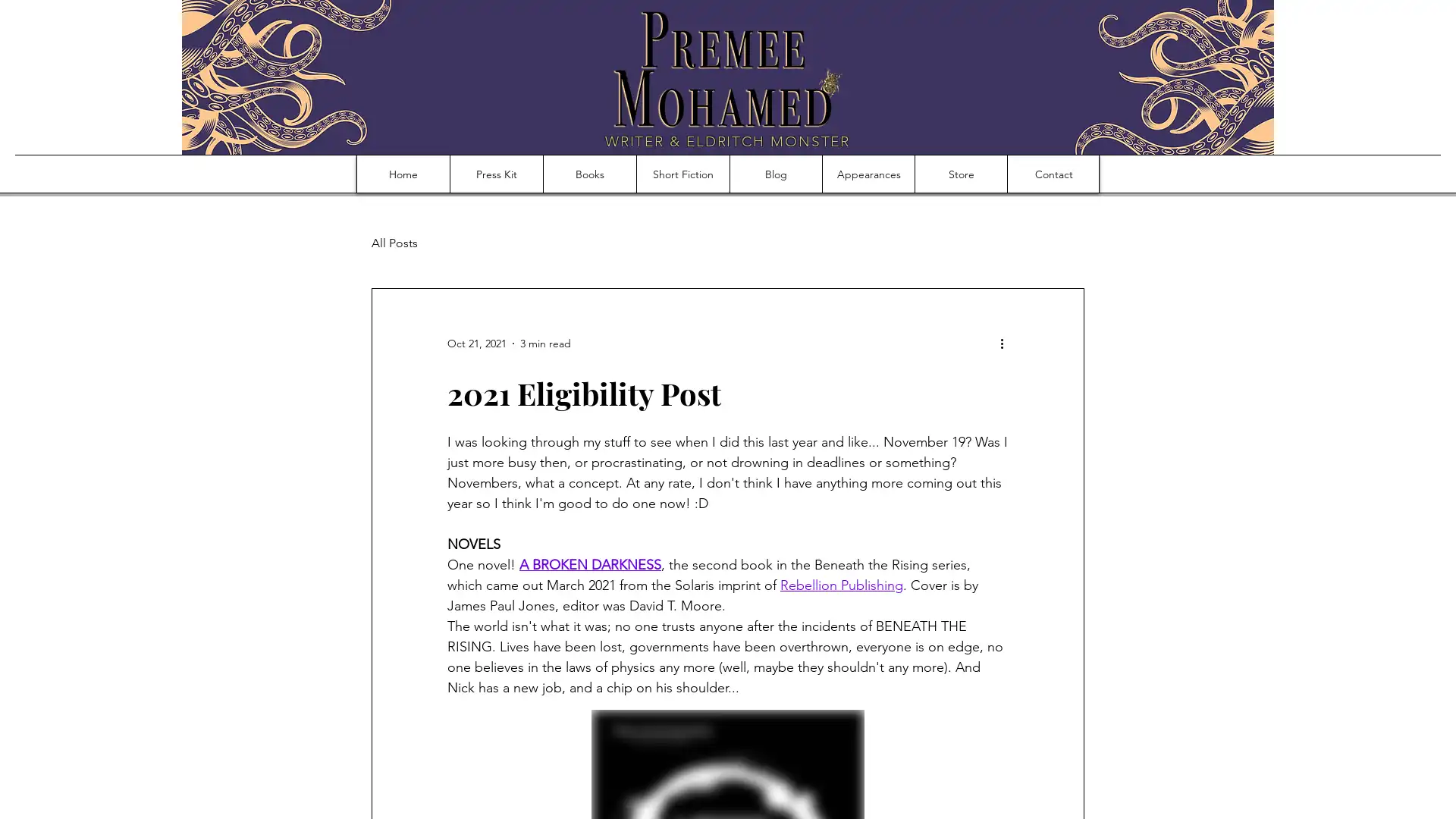  I want to click on More actions, so click(1006, 343).